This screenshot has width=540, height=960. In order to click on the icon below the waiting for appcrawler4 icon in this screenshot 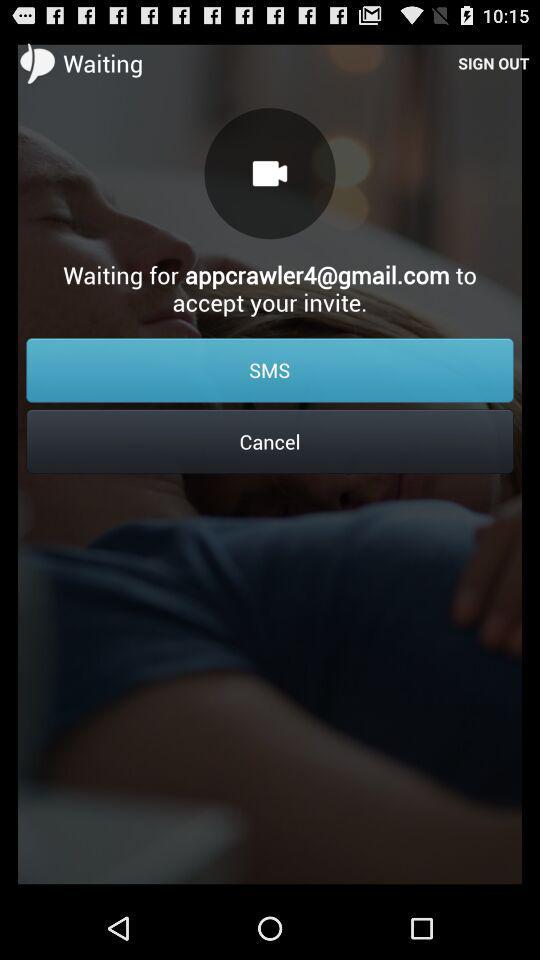, I will do `click(270, 369)`.